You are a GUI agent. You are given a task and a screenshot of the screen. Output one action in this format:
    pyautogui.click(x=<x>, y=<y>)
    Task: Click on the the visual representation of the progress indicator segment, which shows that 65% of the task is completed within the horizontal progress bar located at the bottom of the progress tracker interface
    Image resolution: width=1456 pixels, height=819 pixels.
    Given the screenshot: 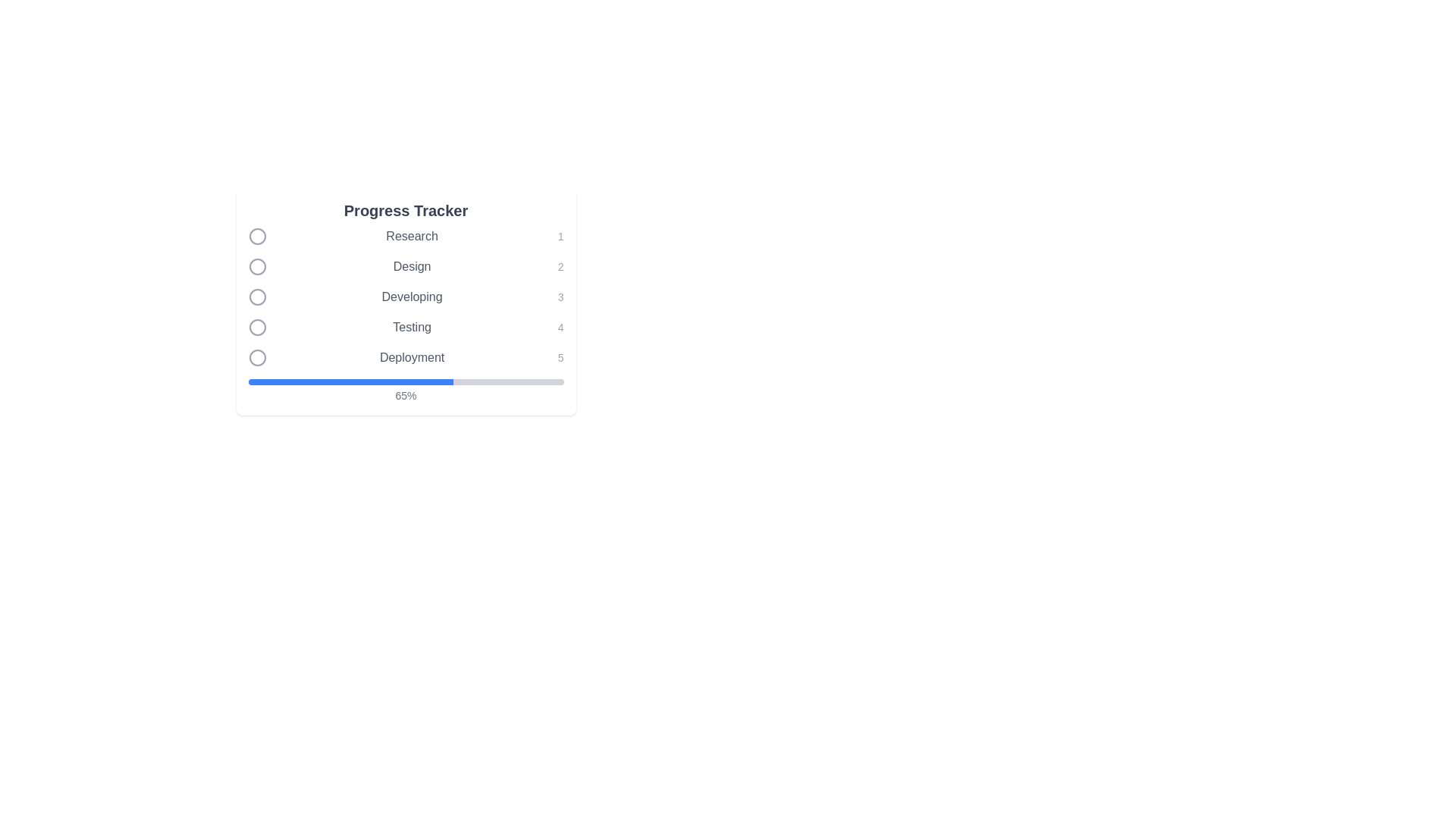 What is the action you would take?
    pyautogui.click(x=350, y=381)
    